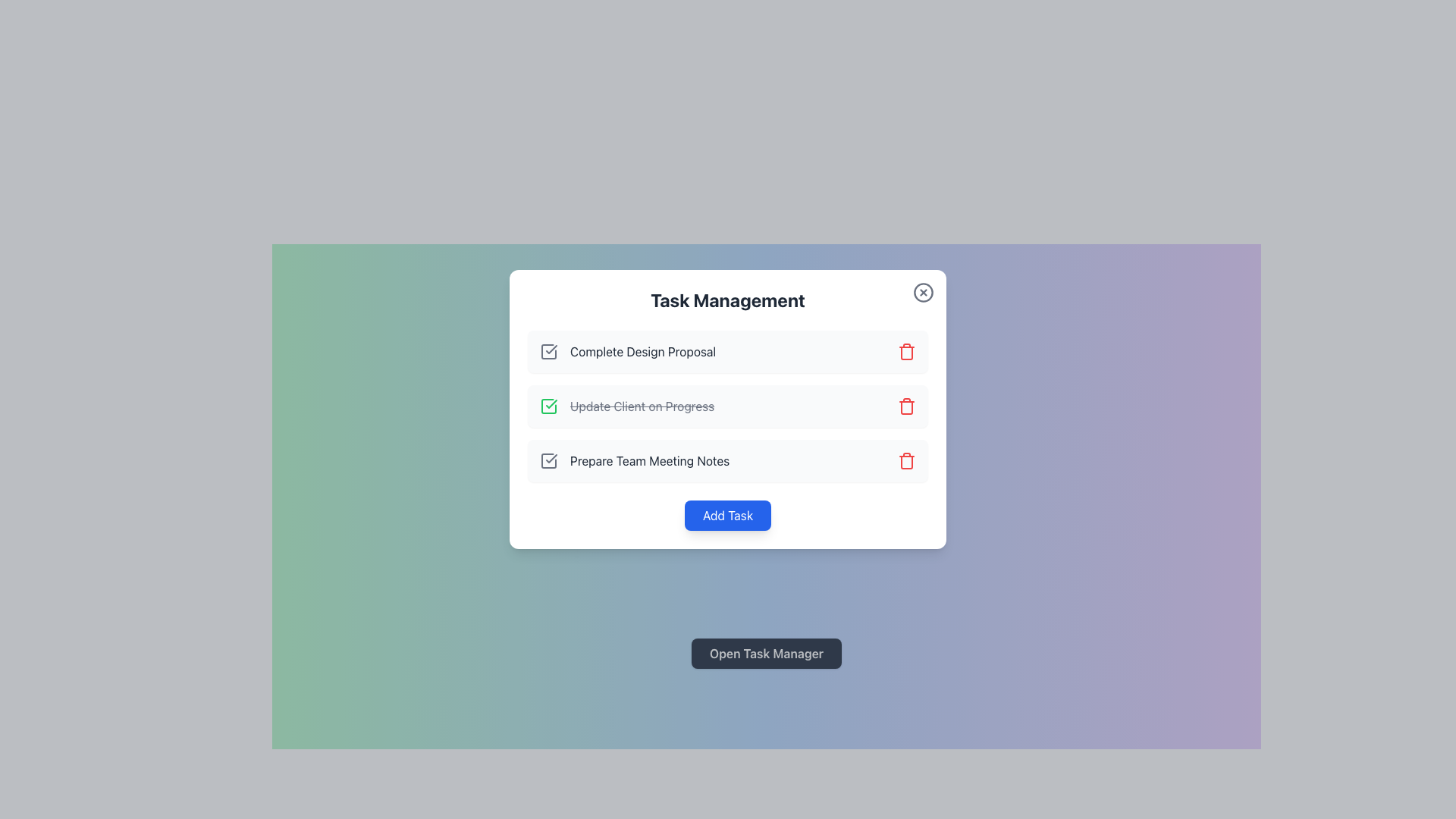  Describe the element at coordinates (923, 292) in the screenshot. I see `the close button located in the top-right corner of the 'Task Management' interface to exit or dismiss the interface` at that location.